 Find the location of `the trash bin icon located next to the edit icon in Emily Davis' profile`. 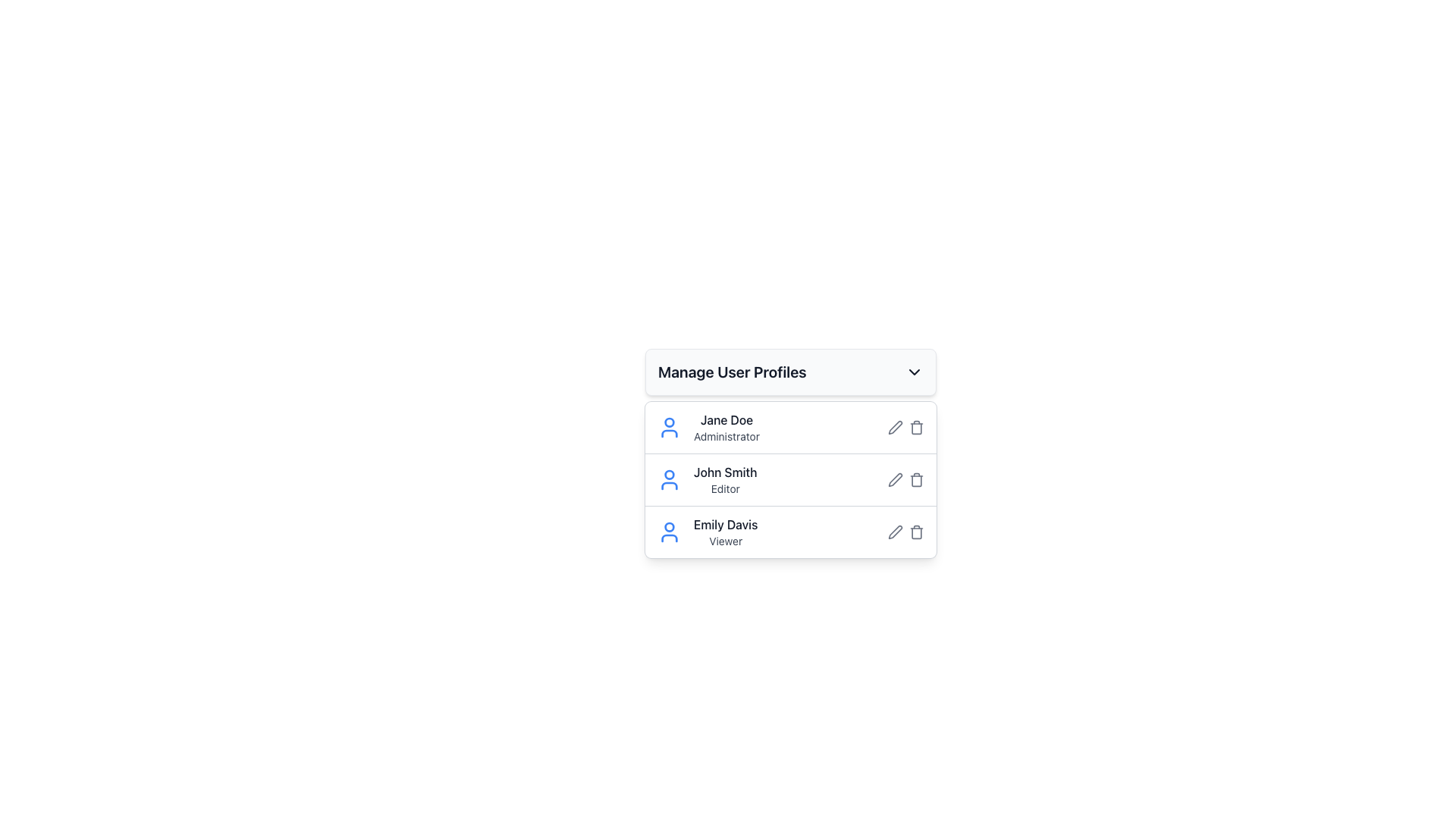

the trash bin icon located next to the edit icon in Emily Davis' profile is located at coordinates (916, 532).